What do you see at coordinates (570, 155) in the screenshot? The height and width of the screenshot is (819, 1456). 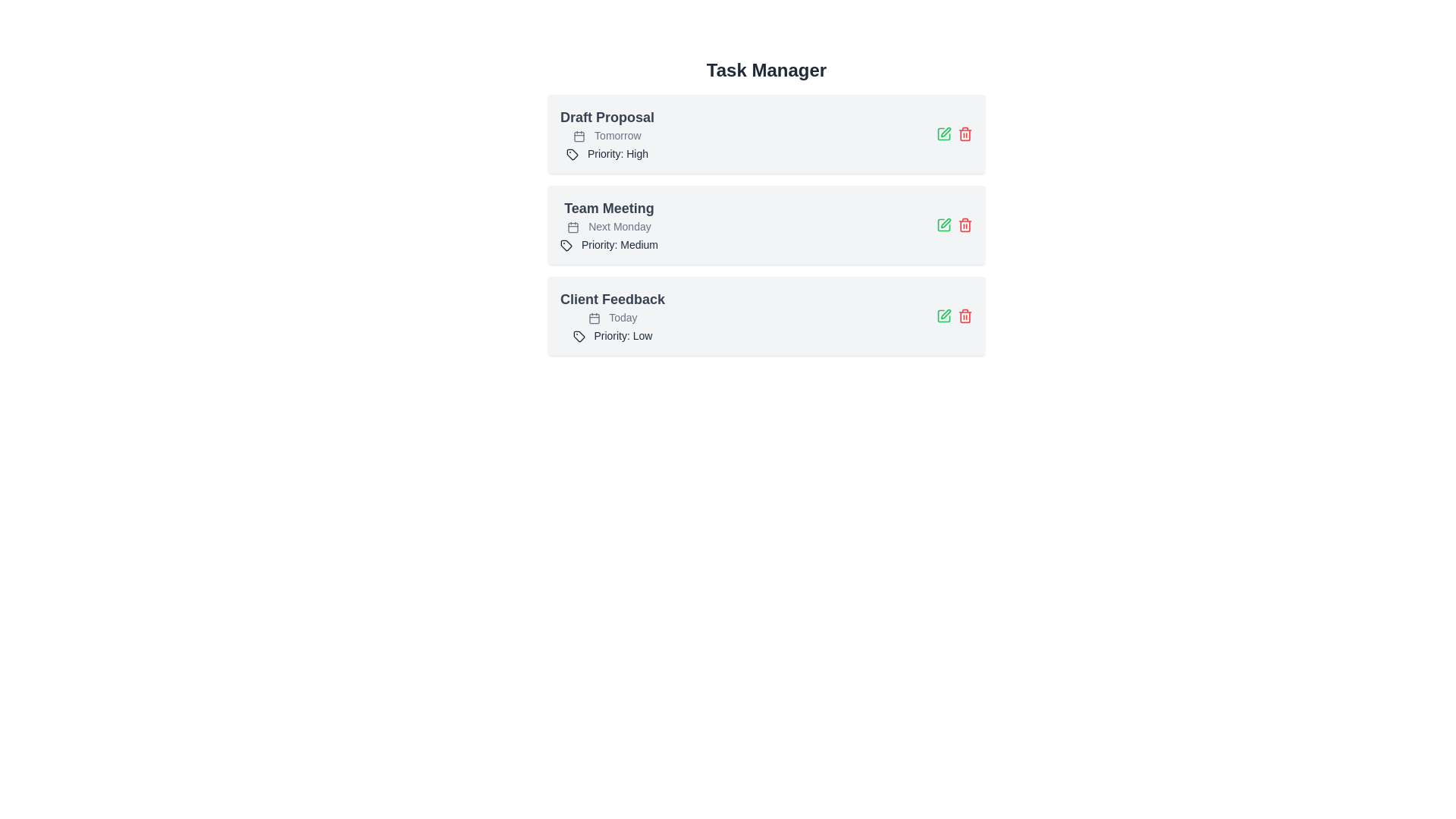 I see `the priority icon next to the 'Priority: High' label in the first task block labeled 'Draft Proposal'` at bounding box center [570, 155].